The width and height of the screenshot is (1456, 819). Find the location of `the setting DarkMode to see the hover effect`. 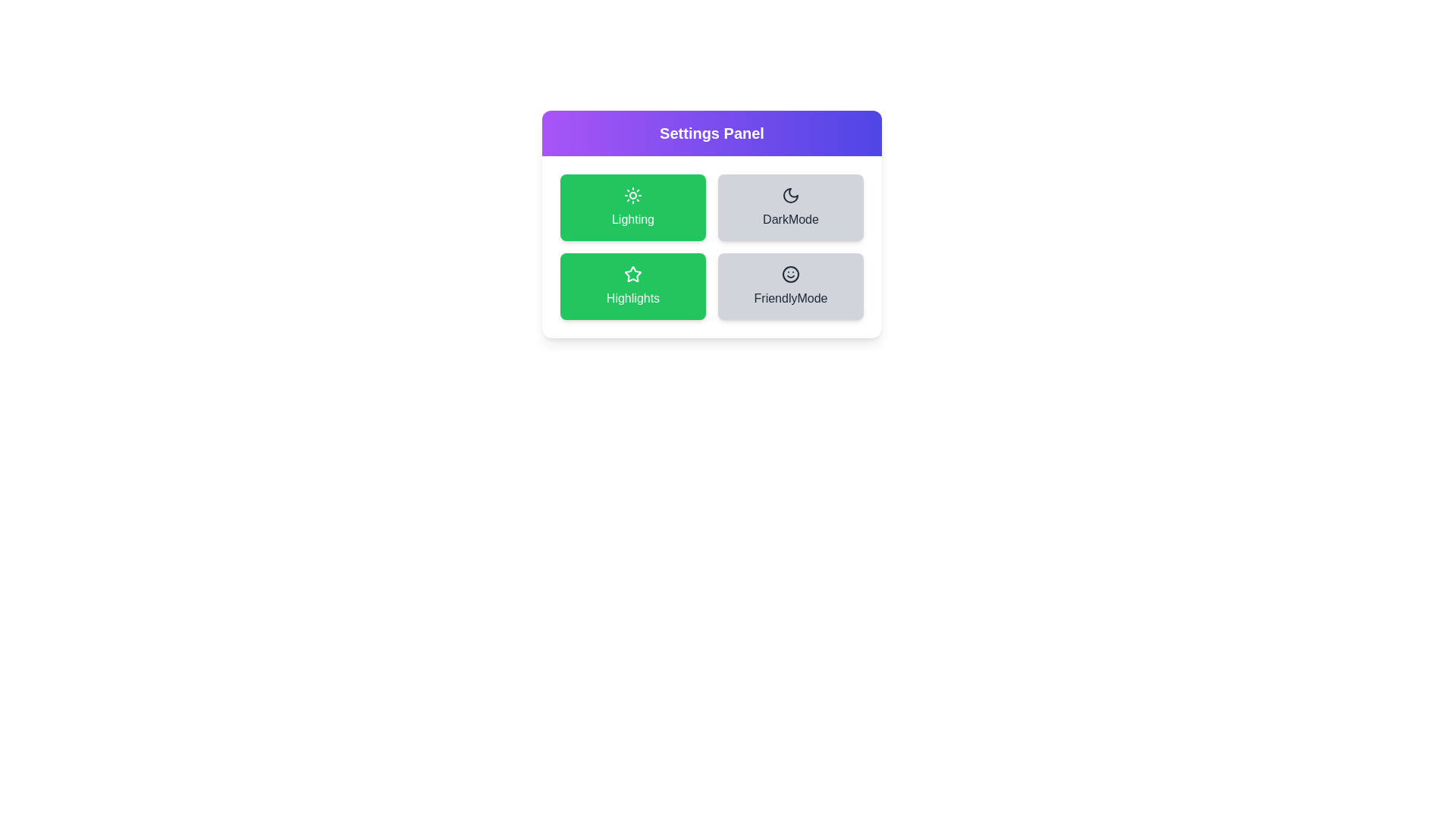

the setting DarkMode to see the hover effect is located at coordinates (789, 207).